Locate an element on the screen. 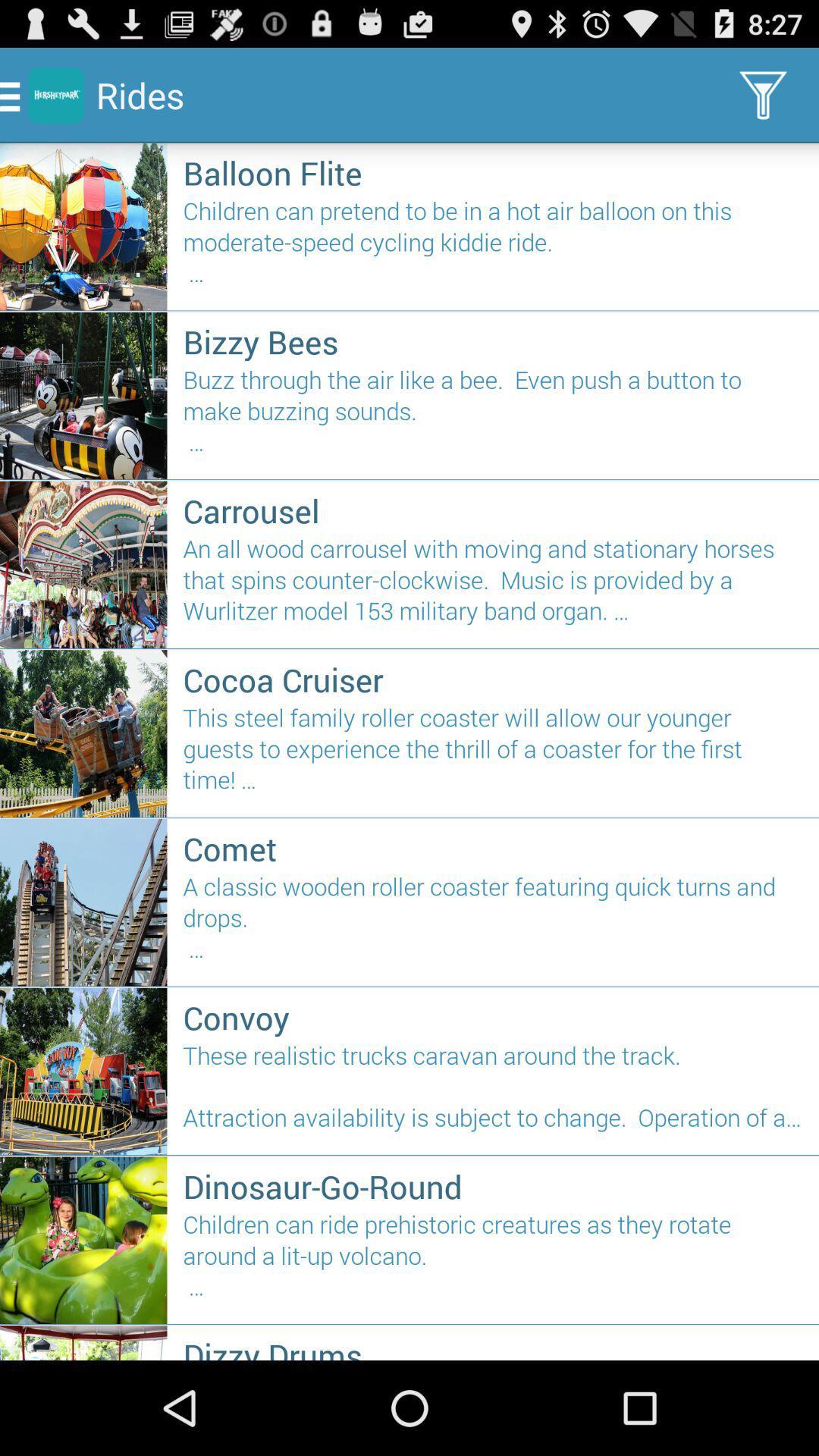 The width and height of the screenshot is (819, 1456). filter icon is located at coordinates (763, 94).